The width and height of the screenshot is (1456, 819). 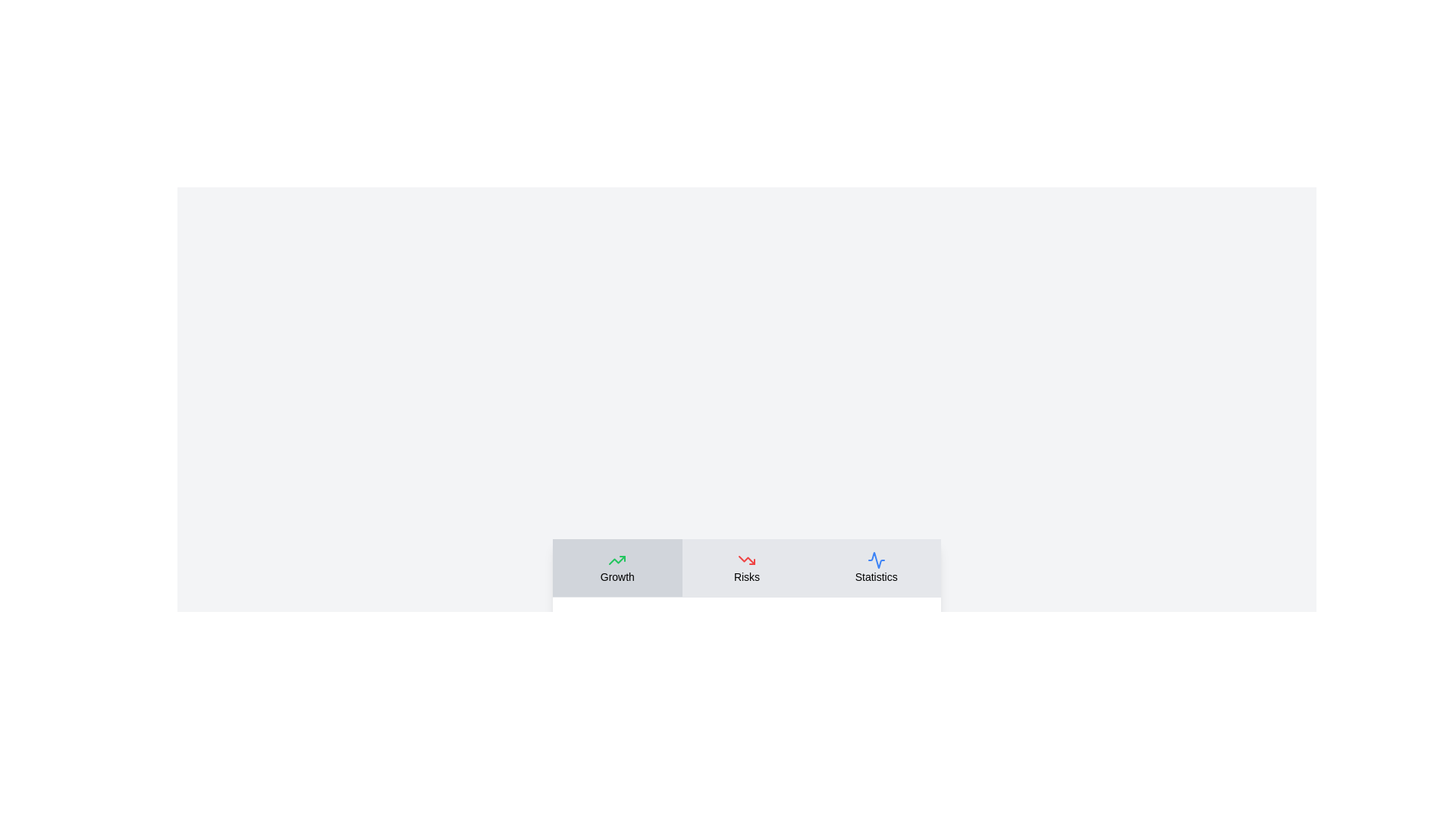 I want to click on the tab labeled Statistics to observe its visual change, so click(x=877, y=567).